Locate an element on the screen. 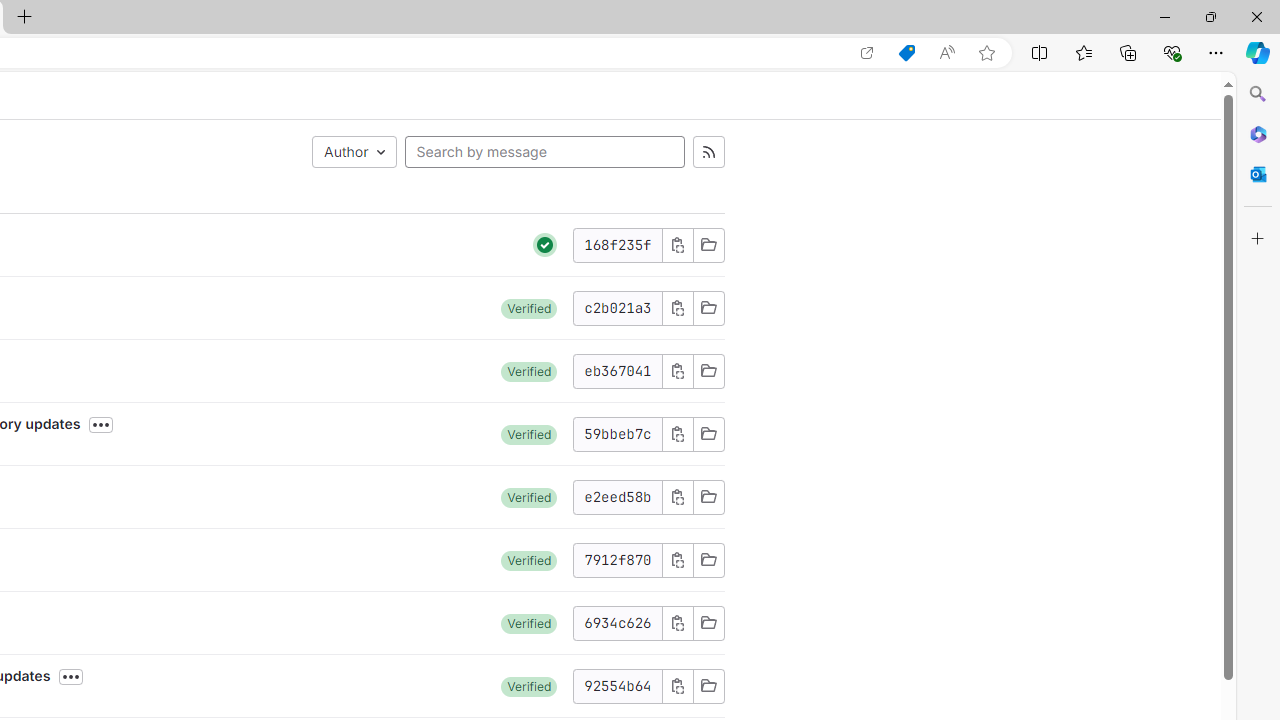  'Class: s16 gl-icon gl-button-icon ' is located at coordinates (677, 685).